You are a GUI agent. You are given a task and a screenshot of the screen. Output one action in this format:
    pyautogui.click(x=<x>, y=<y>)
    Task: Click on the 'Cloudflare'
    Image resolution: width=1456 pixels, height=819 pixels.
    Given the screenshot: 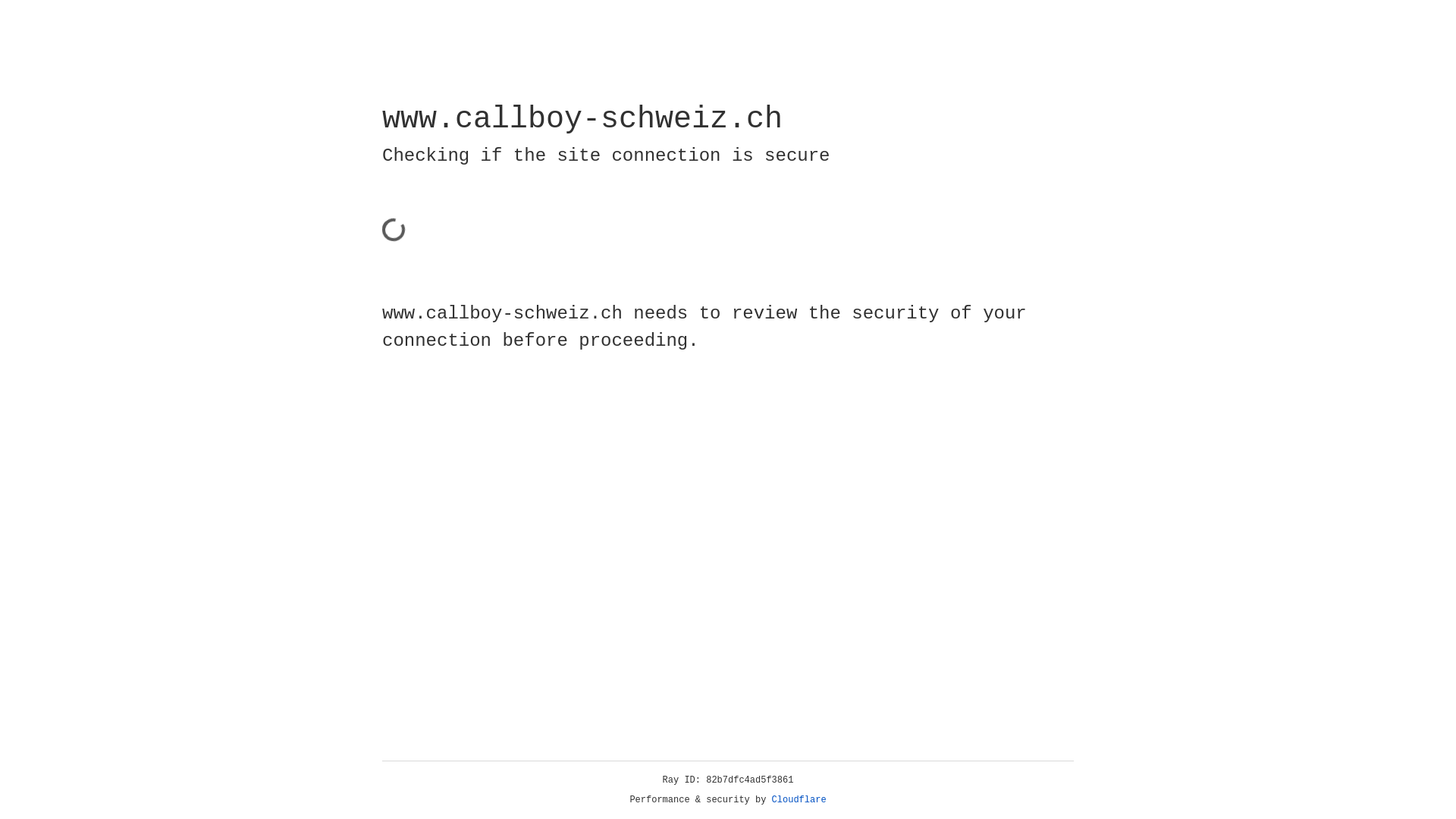 What is the action you would take?
    pyautogui.click(x=799, y=799)
    